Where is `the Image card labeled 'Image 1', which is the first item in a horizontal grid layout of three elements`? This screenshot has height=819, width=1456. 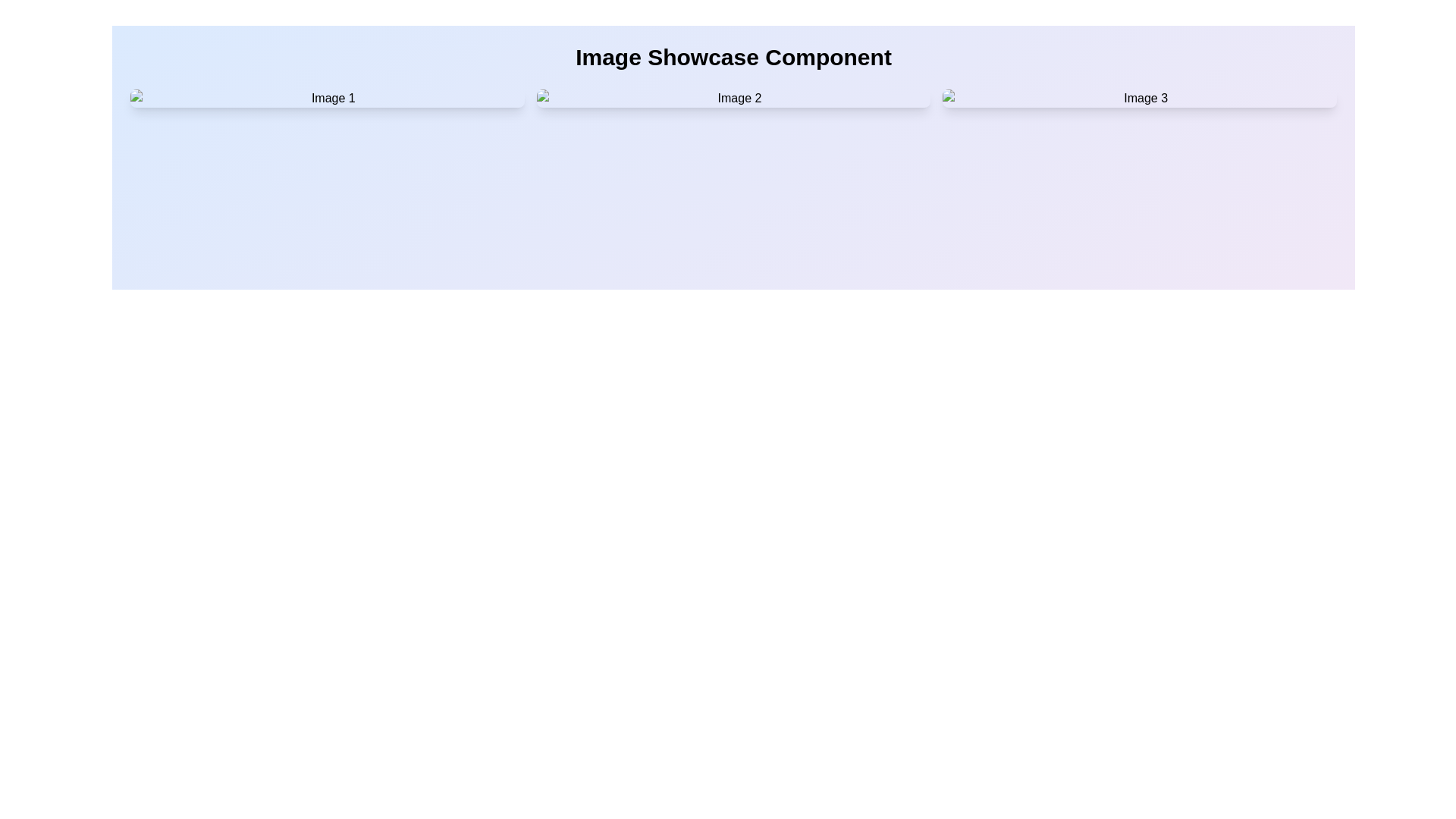
the Image card labeled 'Image 1', which is the first item in a horizontal grid layout of three elements is located at coordinates (326, 99).